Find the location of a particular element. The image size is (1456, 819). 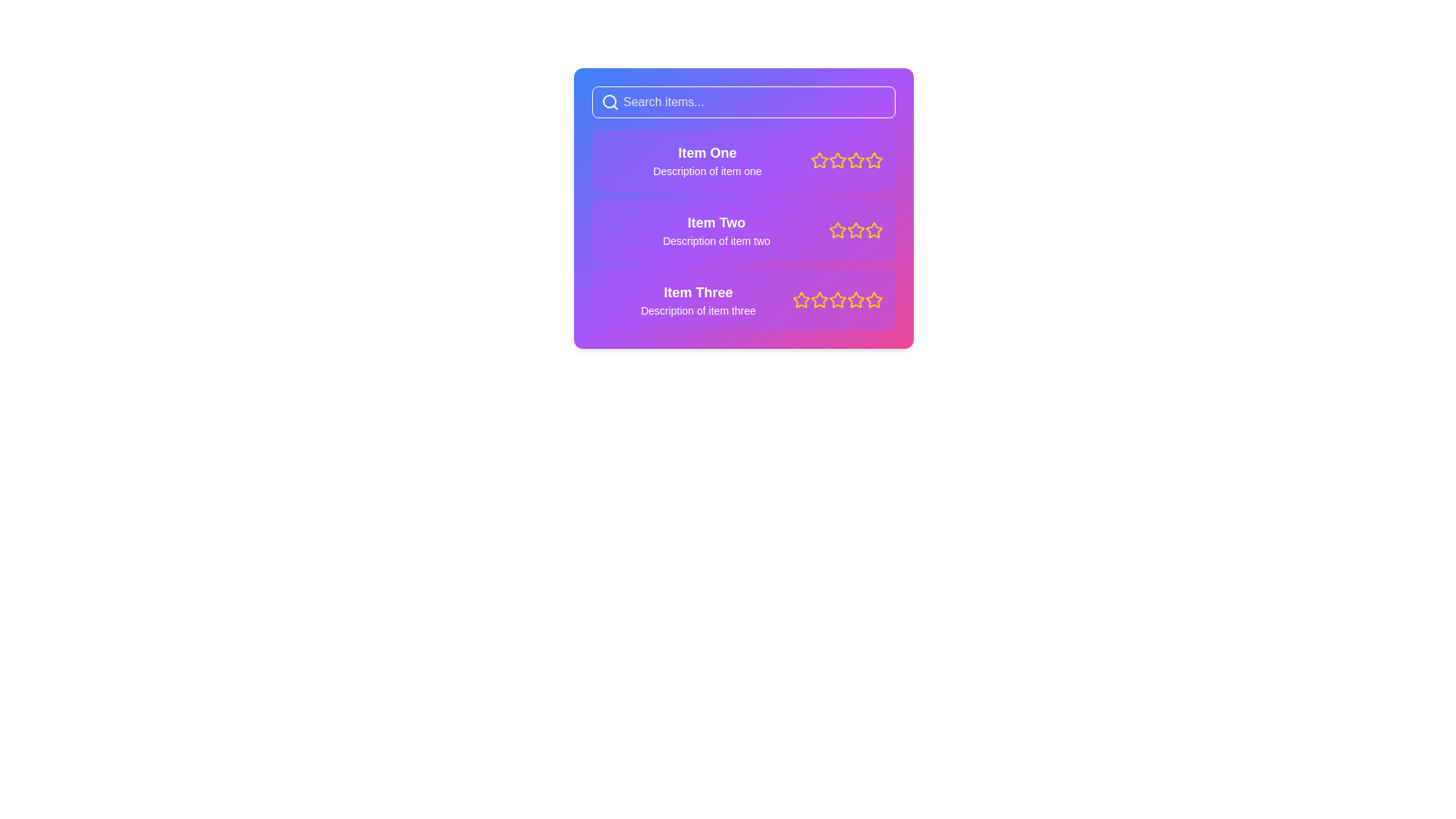

the fourth star icon in the rating row for 'Item Three' to visually assess or input a rating is located at coordinates (836, 300).